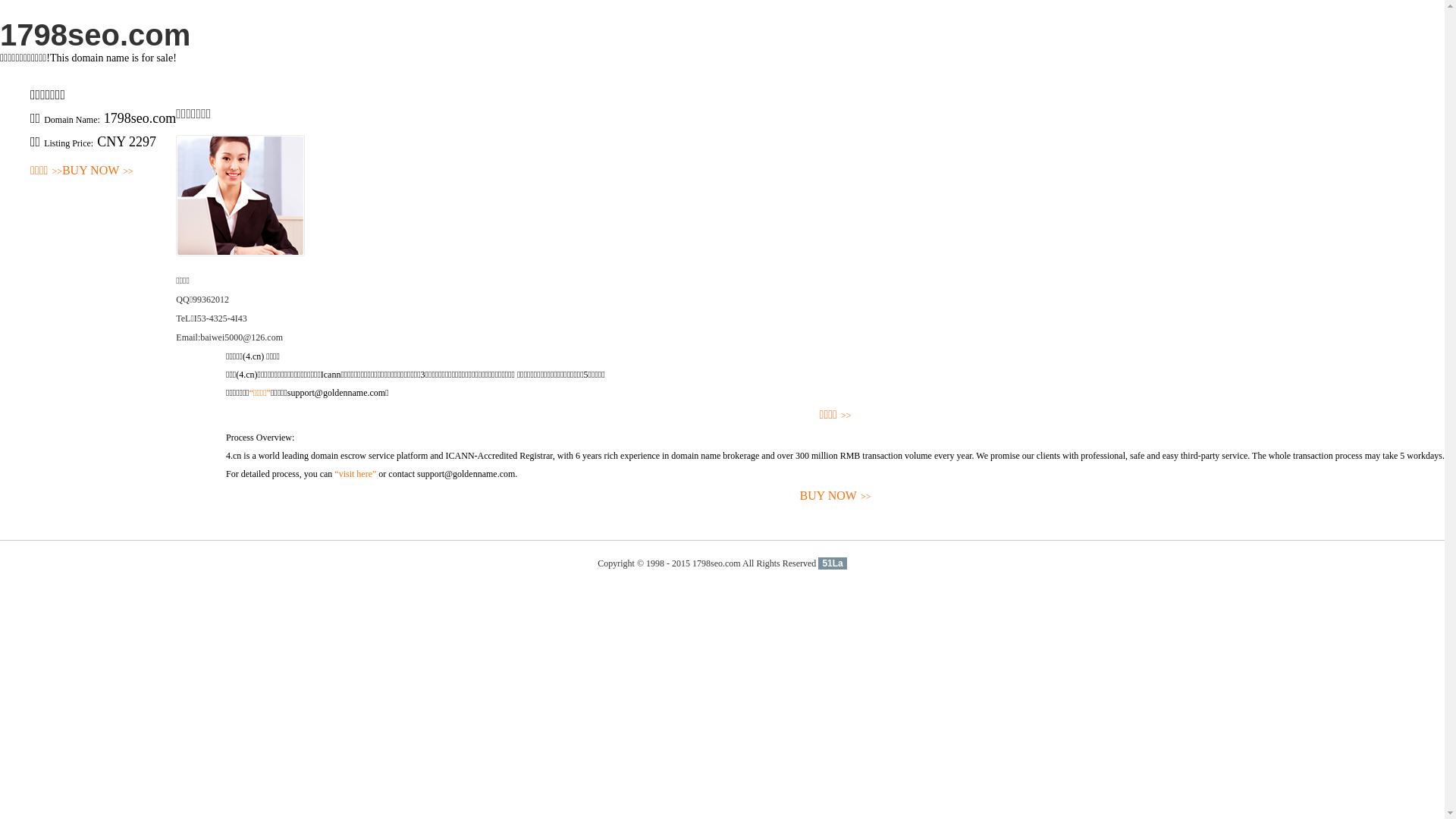 Image resolution: width=1456 pixels, height=819 pixels. What do you see at coordinates (831, 563) in the screenshot?
I see `'51La'` at bounding box center [831, 563].